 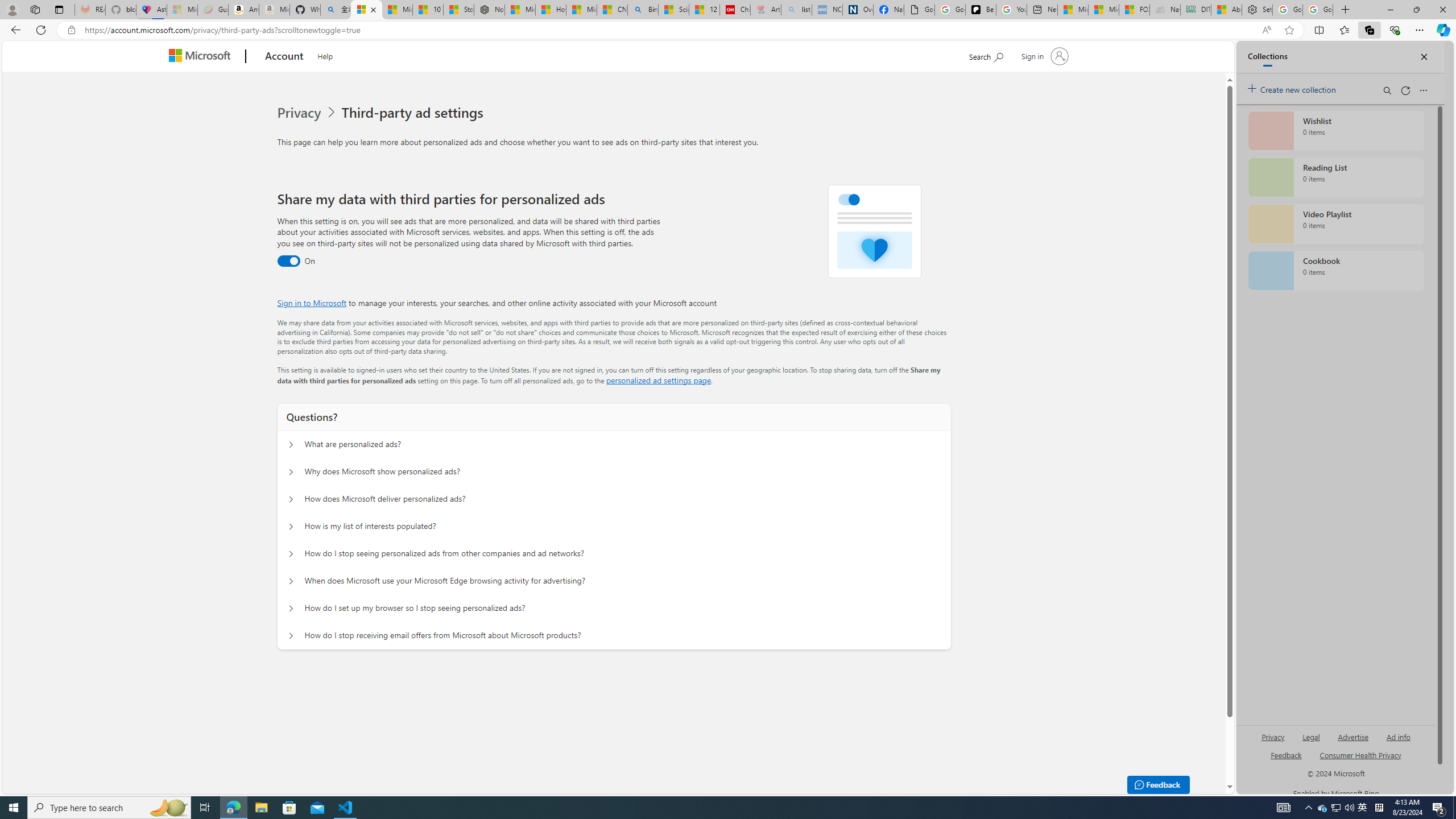 What do you see at coordinates (1394, 29) in the screenshot?
I see `'Browser essentials'` at bounding box center [1394, 29].